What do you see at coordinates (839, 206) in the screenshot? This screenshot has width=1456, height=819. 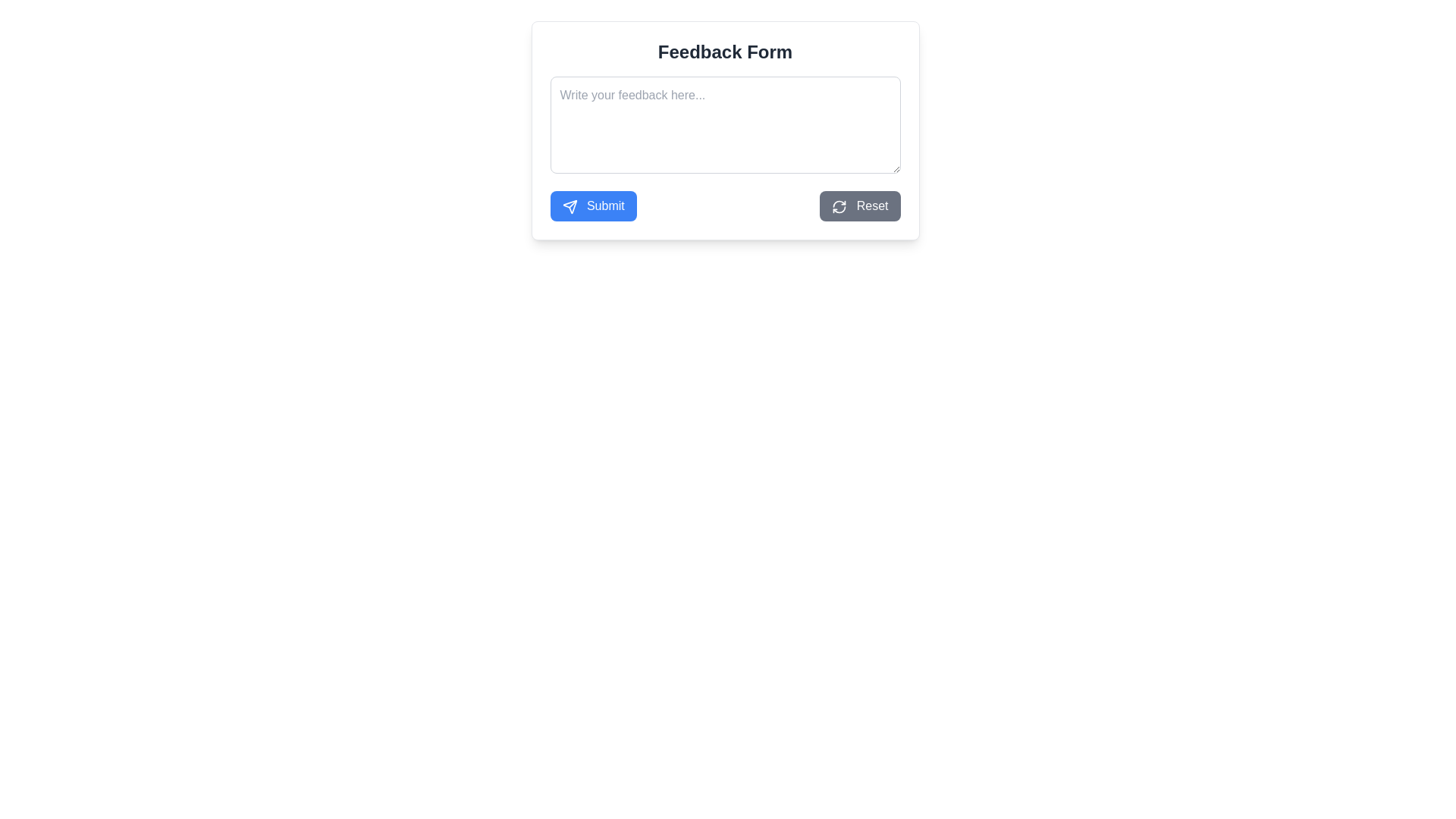 I see `the SVG icon embedded within the 'Reset' button located at the bottom right of the feedback form` at bounding box center [839, 206].